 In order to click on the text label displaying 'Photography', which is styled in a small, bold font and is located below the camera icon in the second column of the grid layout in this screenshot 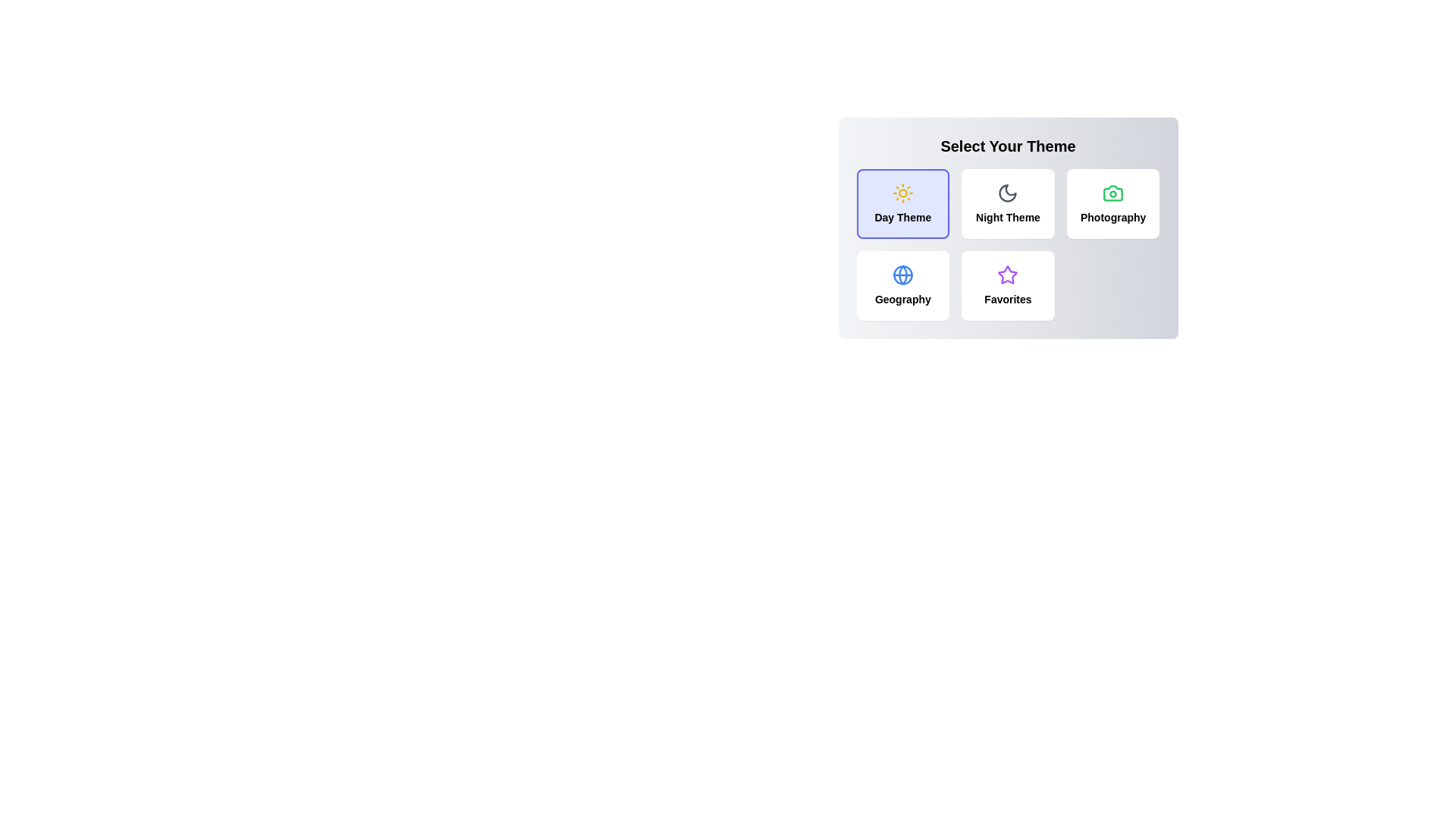, I will do `click(1113, 217)`.